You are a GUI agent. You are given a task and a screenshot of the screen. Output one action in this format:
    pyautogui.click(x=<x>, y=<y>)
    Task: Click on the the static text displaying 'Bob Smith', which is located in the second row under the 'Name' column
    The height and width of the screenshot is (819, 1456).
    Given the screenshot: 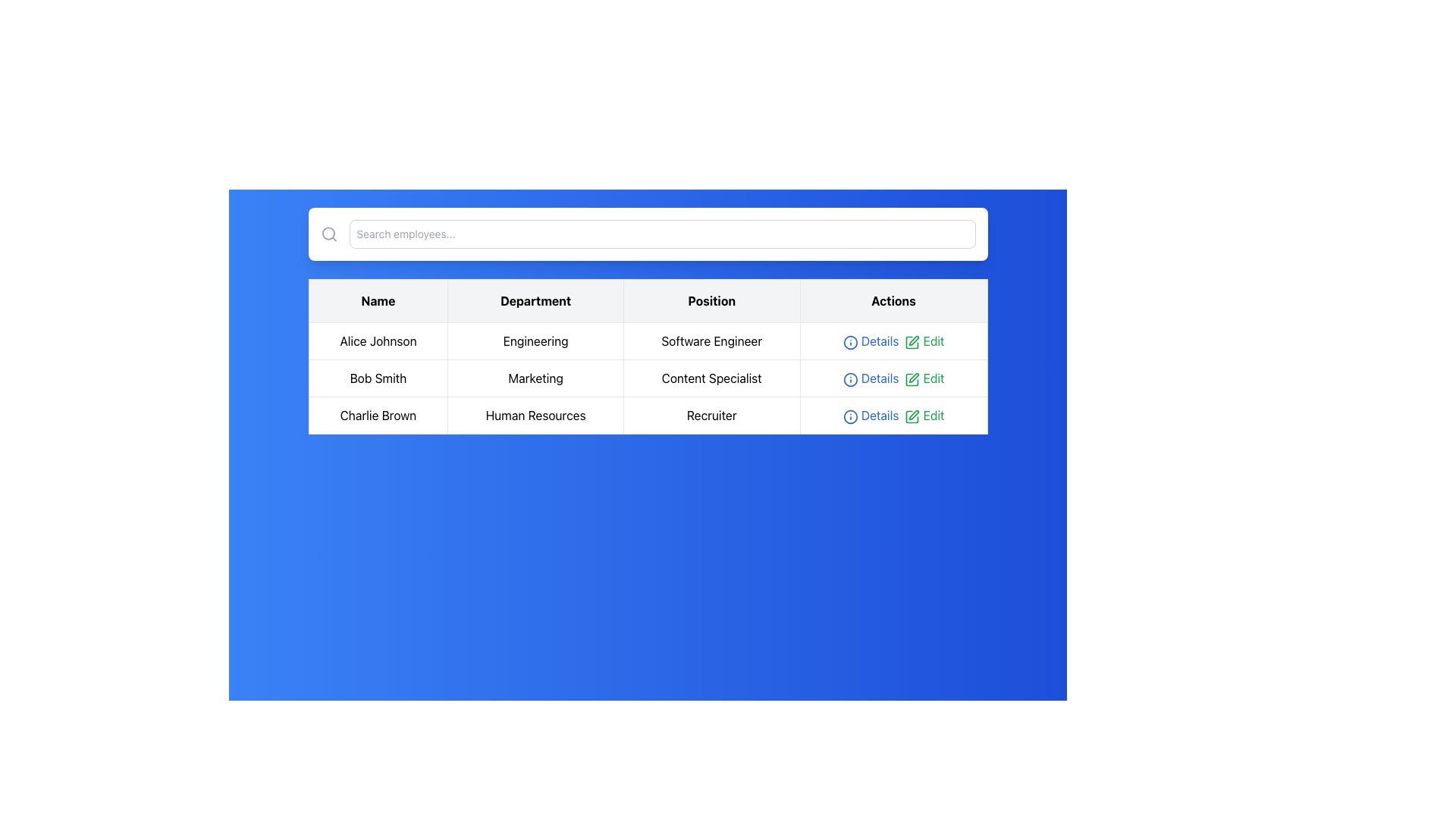 What is the action you would take?
    pyautogui.click(x=378, y=377)
    